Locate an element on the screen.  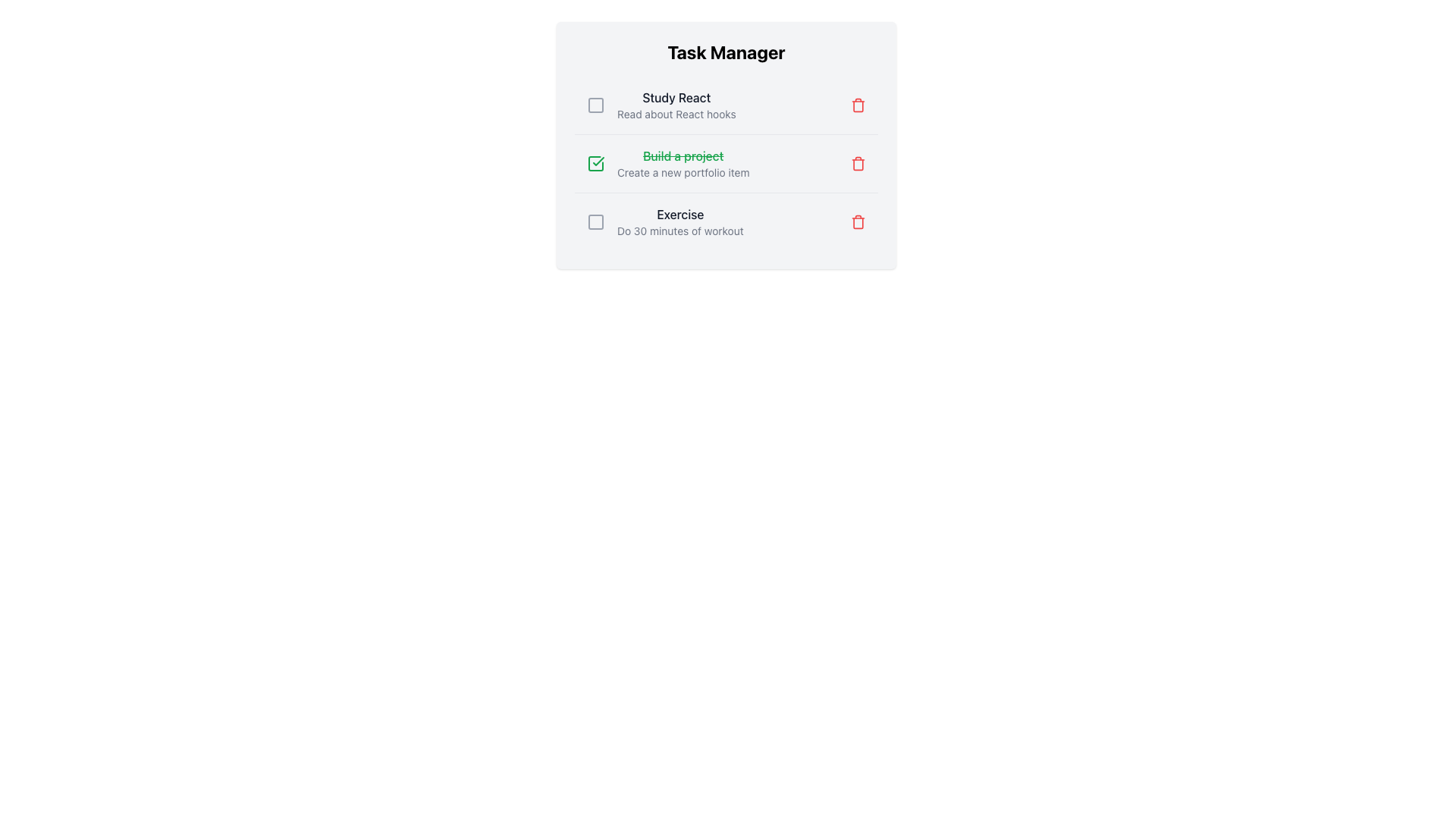
the checkbox of the first task item in the to-do list titled 'Study React' to mark the task as complete is located at coordinates (726, 104).